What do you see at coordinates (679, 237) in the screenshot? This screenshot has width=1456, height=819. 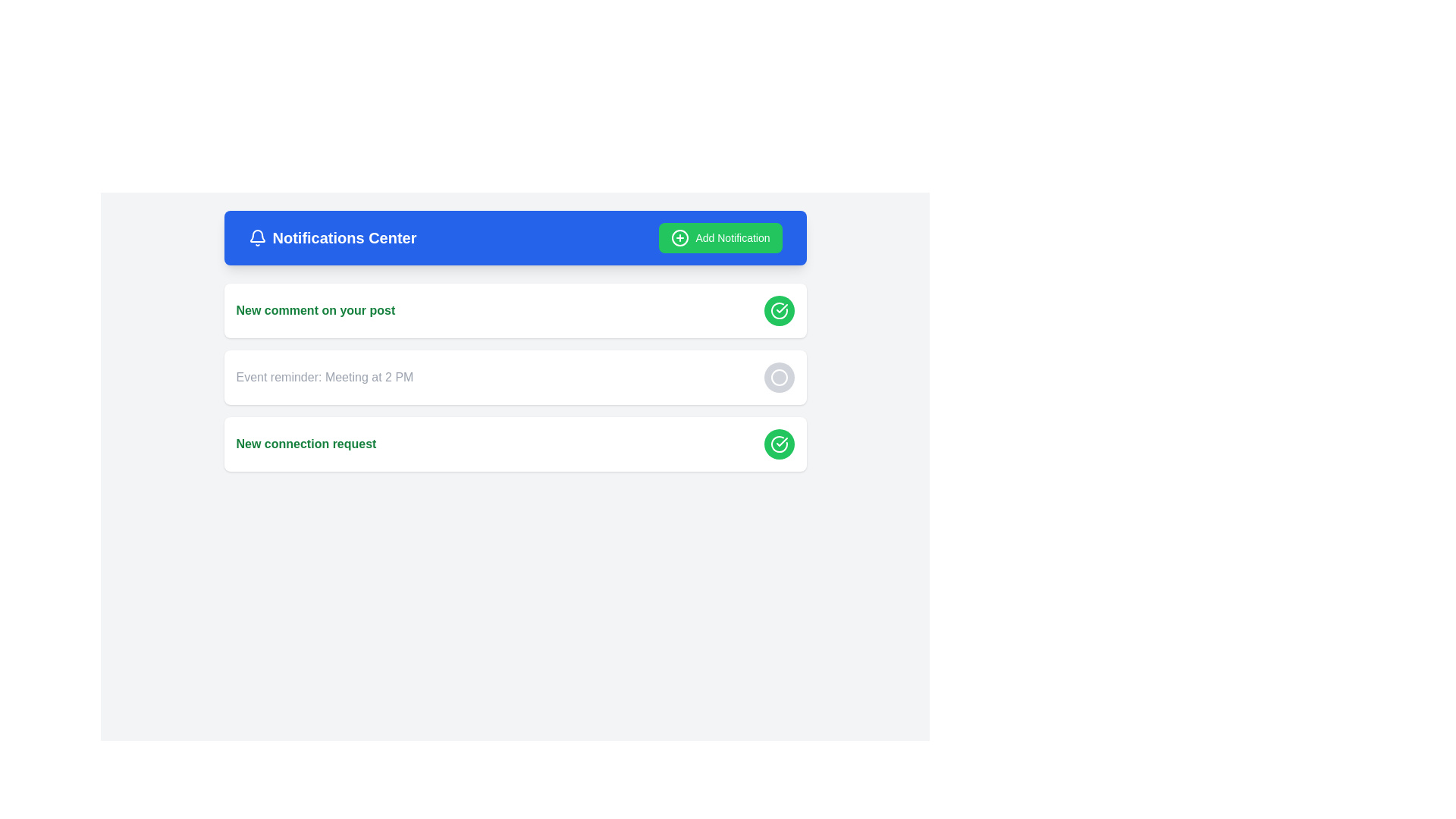 I see `the small circular icon with a plus sign in the middle, located on the left side of the 'Add Notification' button in the upper-right corner of the user interface` at bounding box center [679, 237].